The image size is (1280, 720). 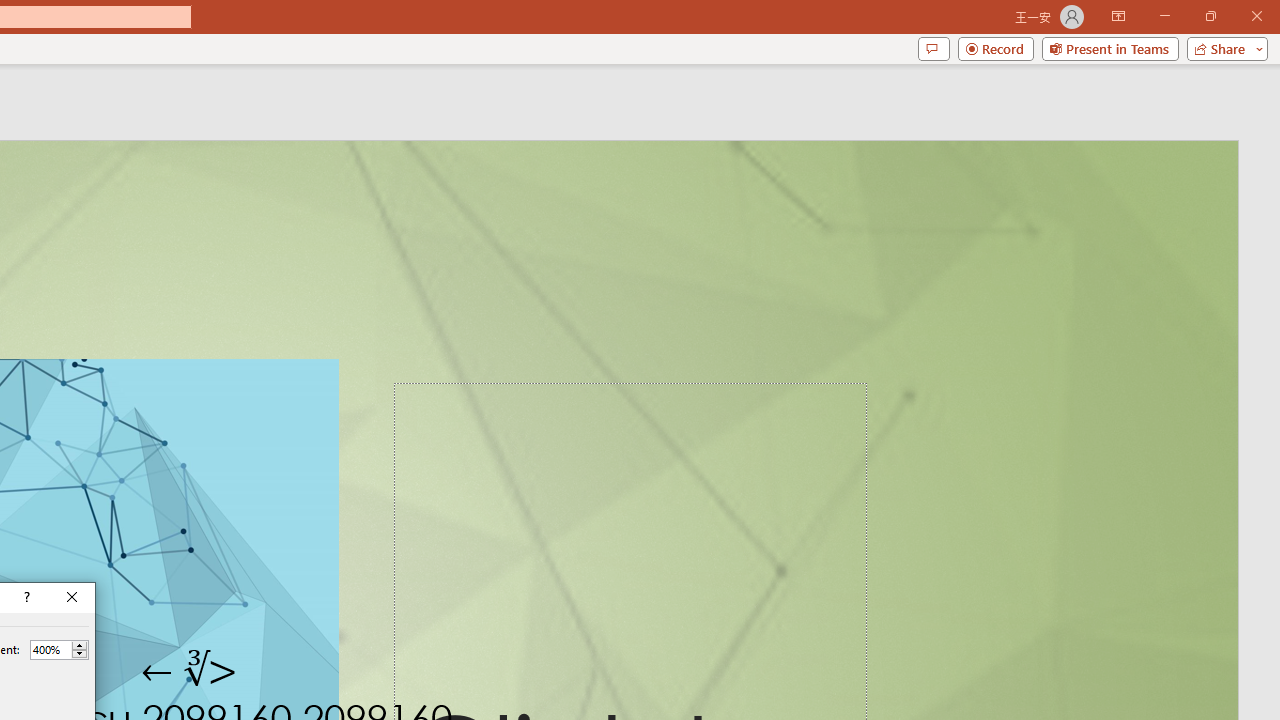 I want to click on 'Percent', so click(x=50, y=649).